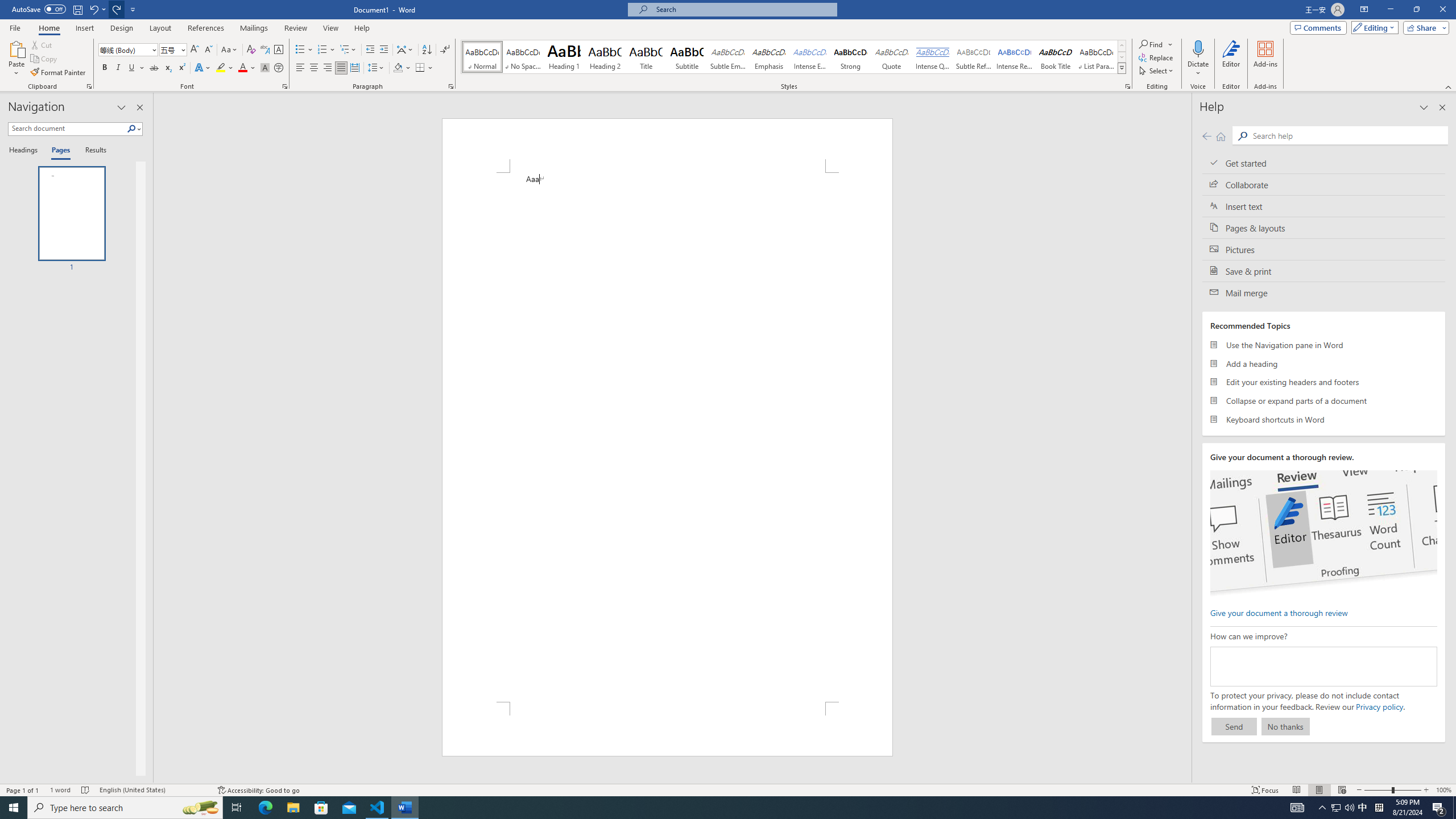 The width and height of the screenshot is (1456, 819). Describe the element at coordinates (1323, 533) in the screenshot. I see `'editor ui screenshot'` at that location.